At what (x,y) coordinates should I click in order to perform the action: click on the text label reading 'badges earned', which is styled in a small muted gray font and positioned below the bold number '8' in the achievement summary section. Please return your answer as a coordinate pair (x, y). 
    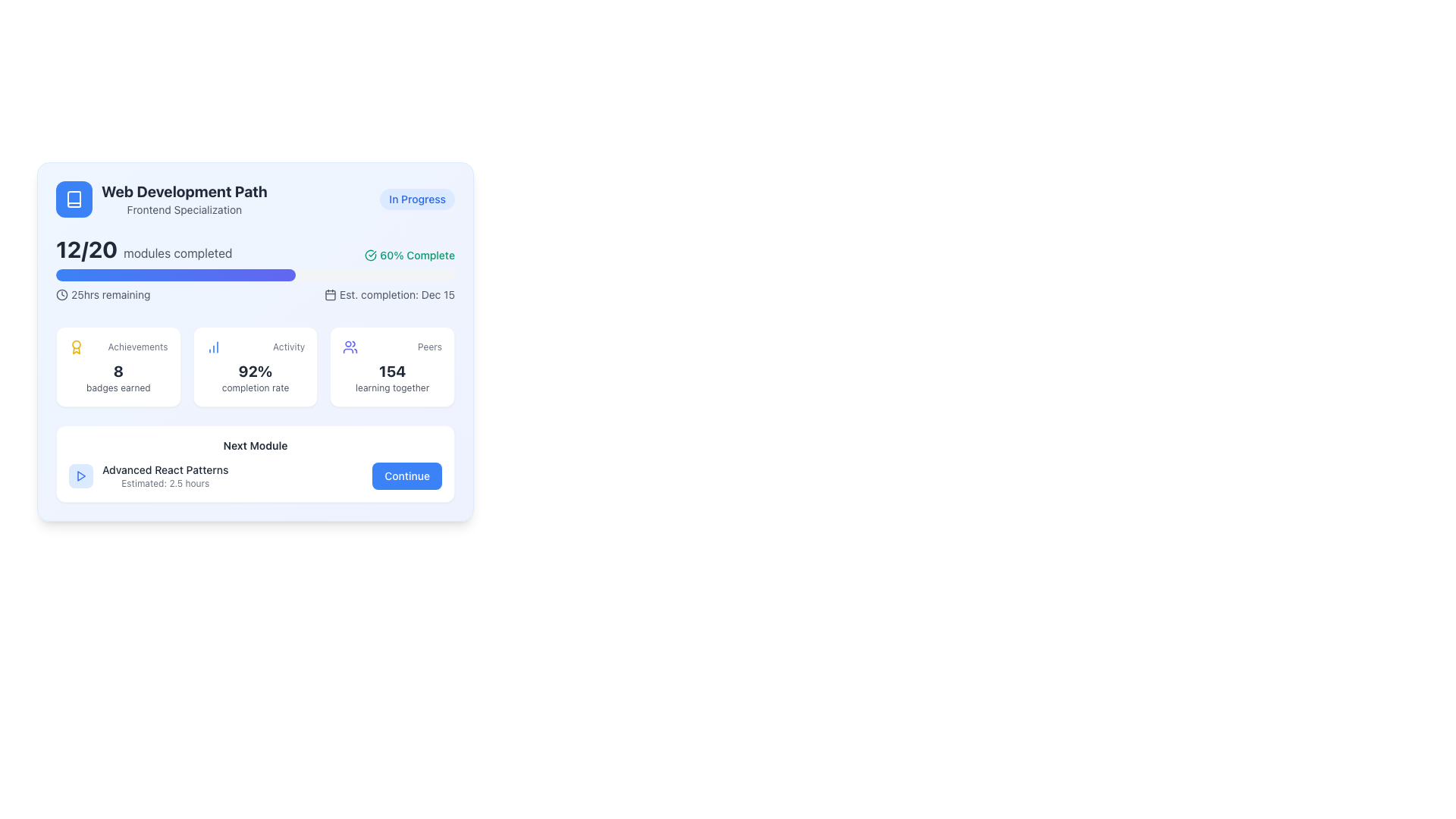
    Looking at the image, I should click on (118, 388).